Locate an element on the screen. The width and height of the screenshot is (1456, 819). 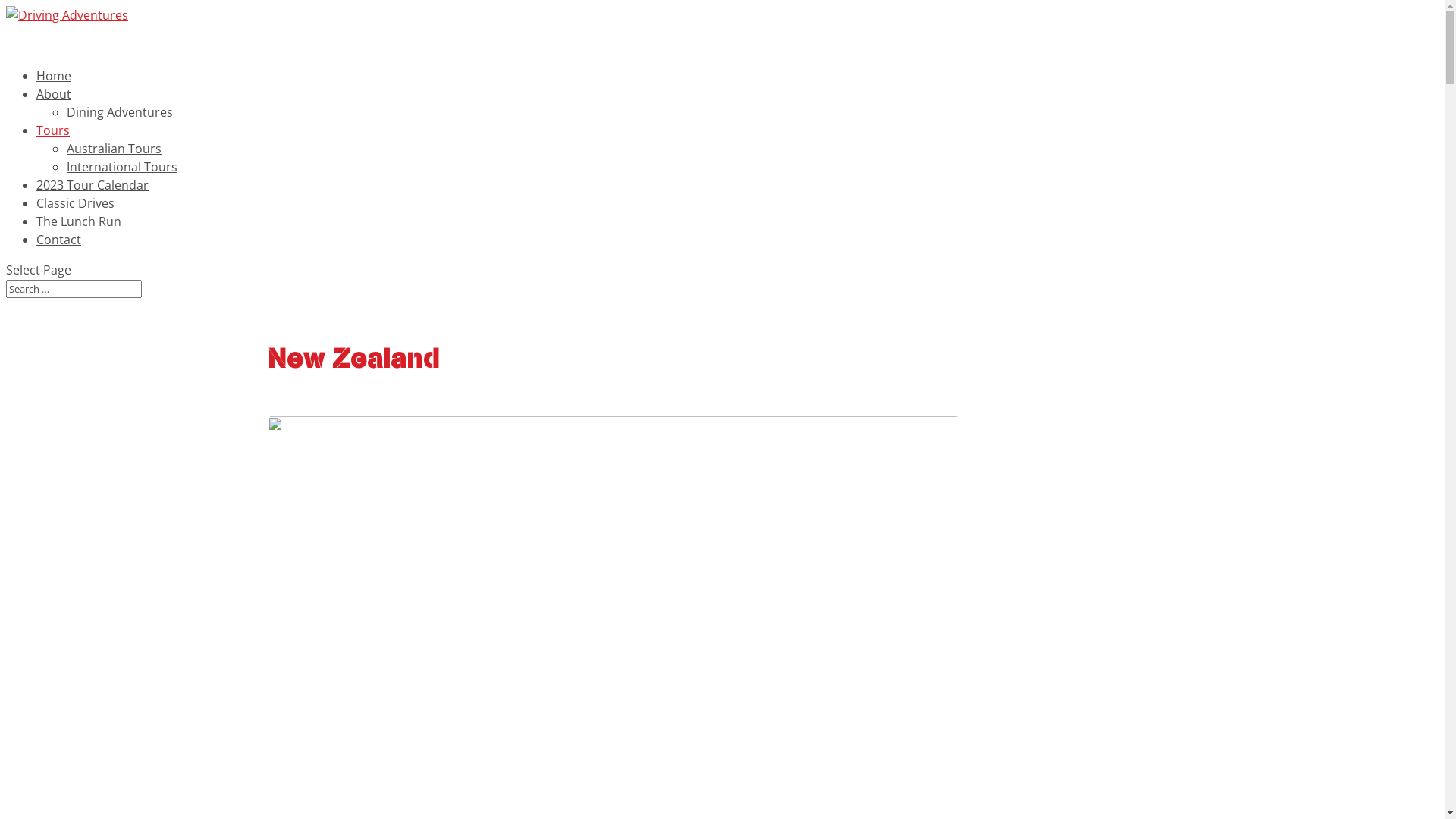
'Home' is located at coordinates (54, 90).